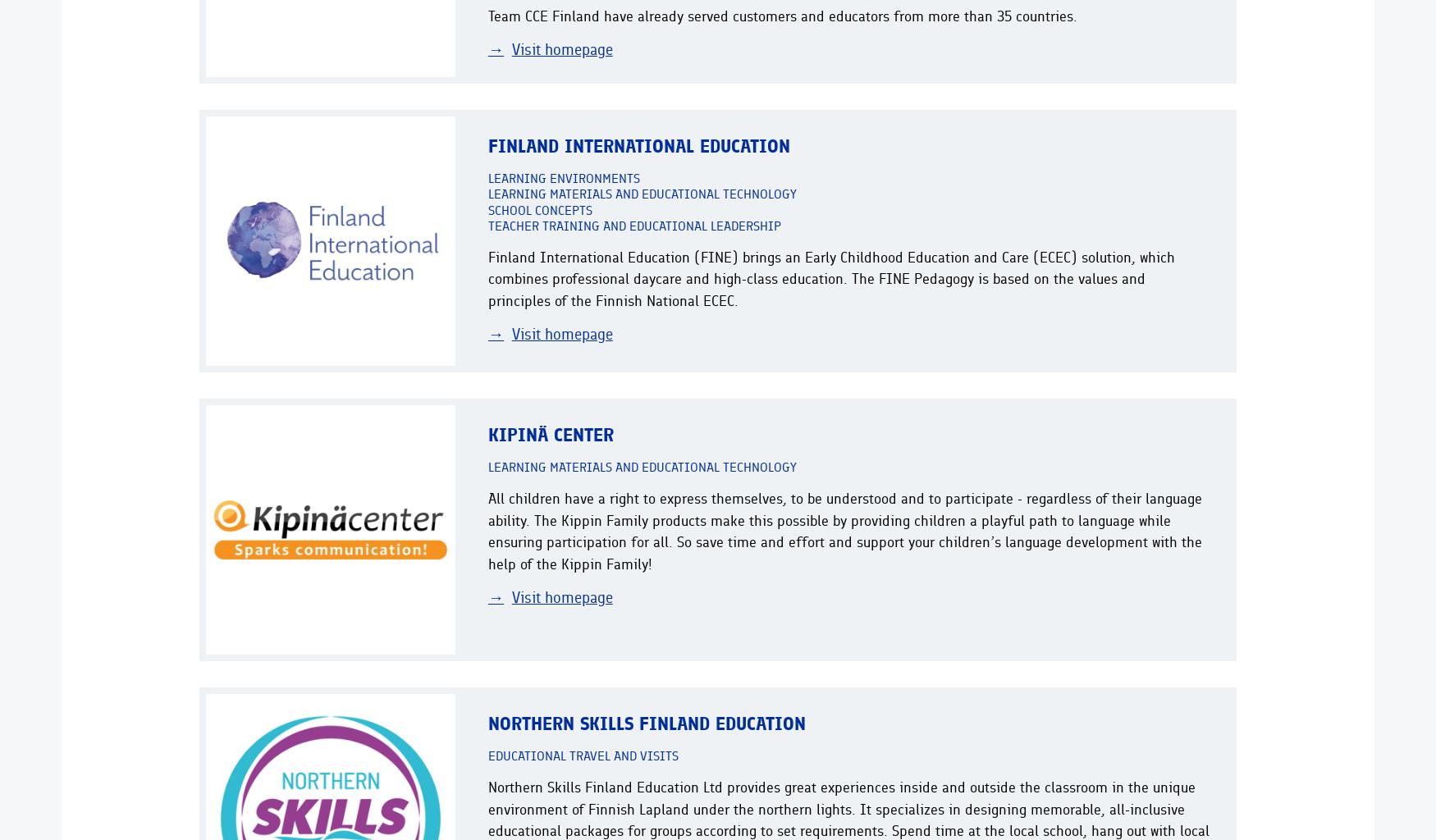 The image size is (1436, 840). Describe the element at coordinates (844, 529) in the screenshot. I see `'All children have a right to express themselves, to be understood and to participate - regardless of their language ability. The Kippin Family products make this possible by providing children a playful path to language while ensuring participation for all. So save time and effort and support your children’s language development with the help of the Kippin Family!'` at that location.